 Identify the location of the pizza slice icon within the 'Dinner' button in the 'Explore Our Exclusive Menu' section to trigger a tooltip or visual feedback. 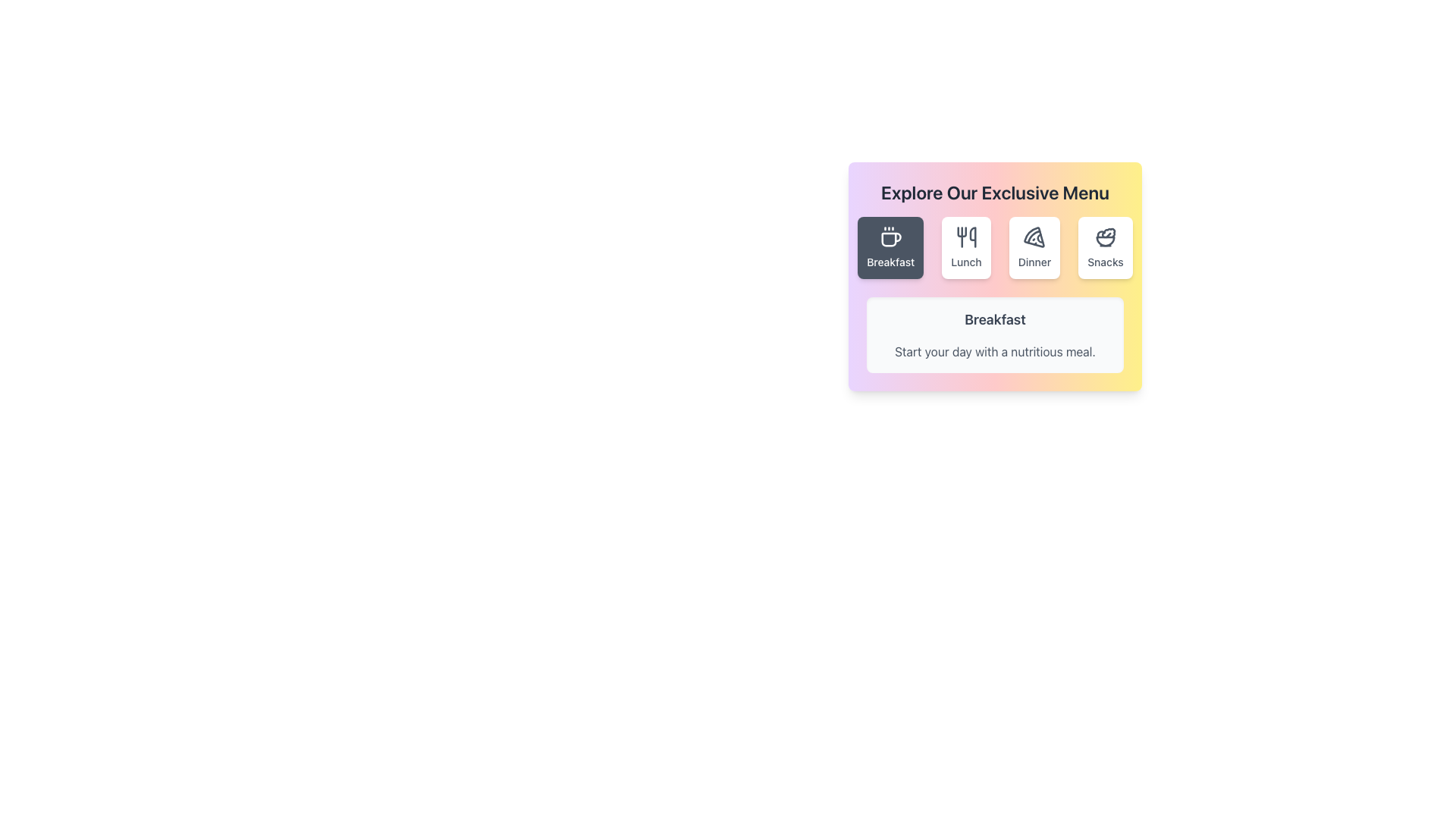
(1034, 237).